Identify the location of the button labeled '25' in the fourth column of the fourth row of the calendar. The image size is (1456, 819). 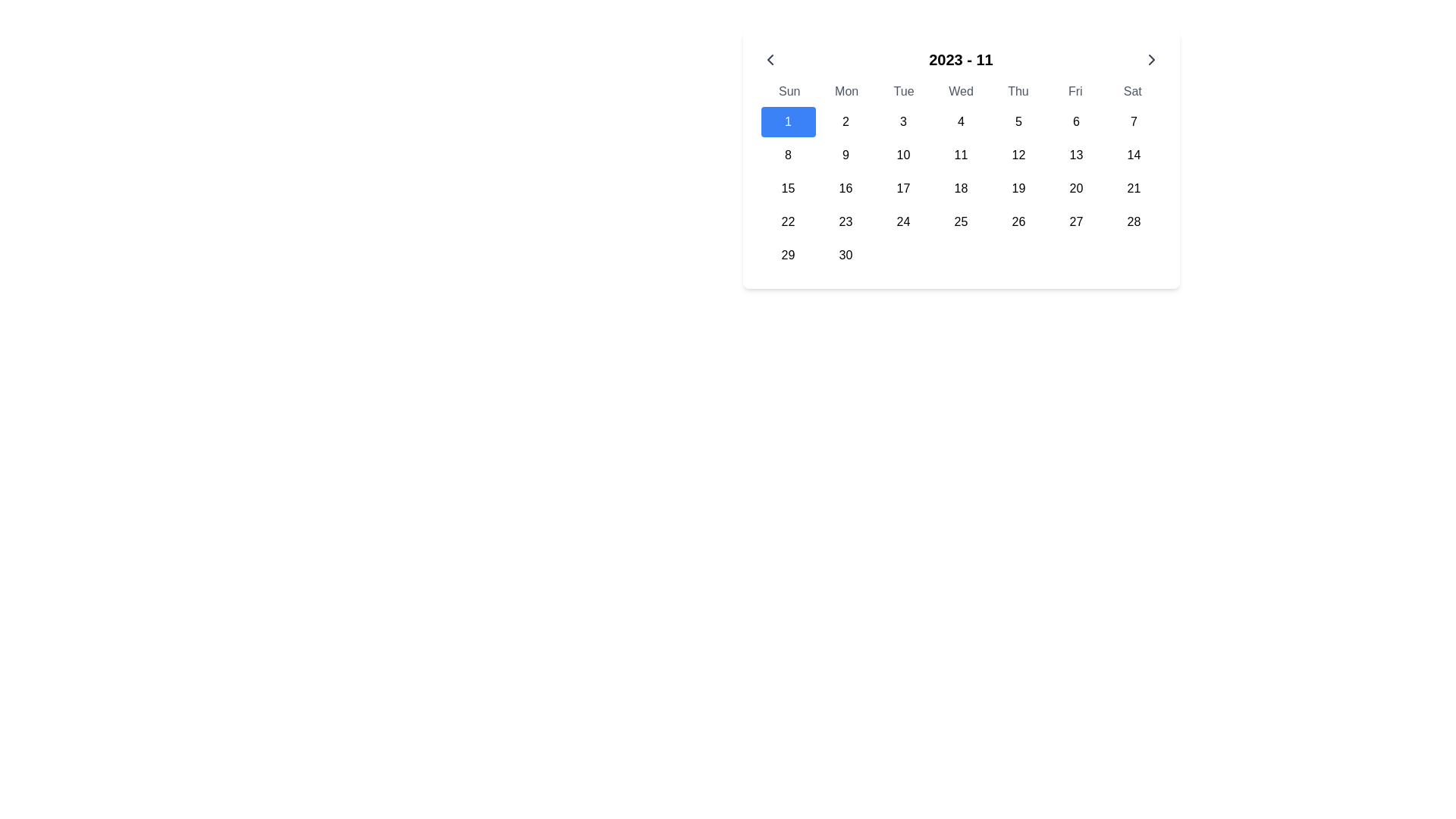
(960, 222).